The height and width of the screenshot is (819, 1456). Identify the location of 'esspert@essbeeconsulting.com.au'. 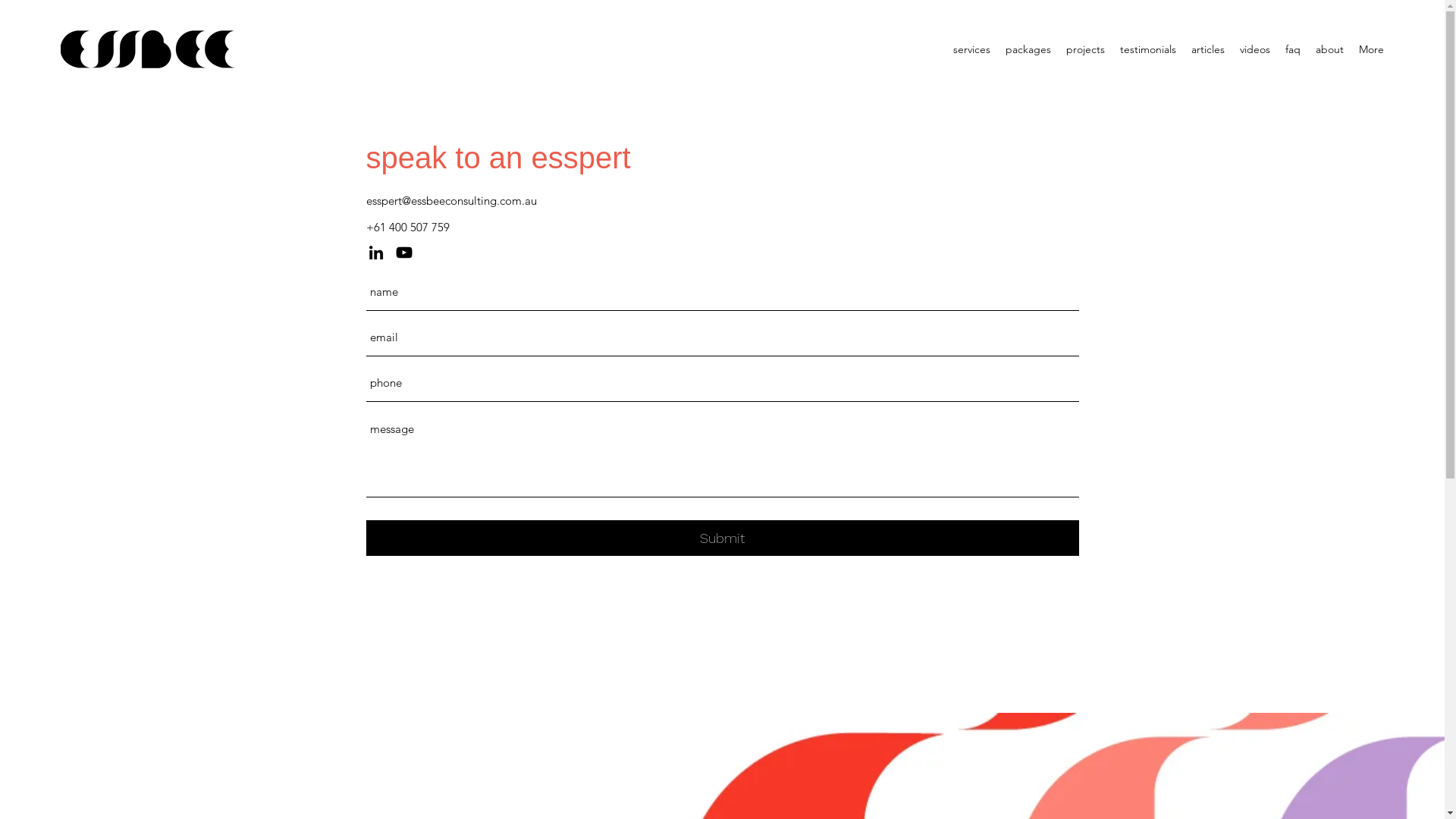
(450, 199).